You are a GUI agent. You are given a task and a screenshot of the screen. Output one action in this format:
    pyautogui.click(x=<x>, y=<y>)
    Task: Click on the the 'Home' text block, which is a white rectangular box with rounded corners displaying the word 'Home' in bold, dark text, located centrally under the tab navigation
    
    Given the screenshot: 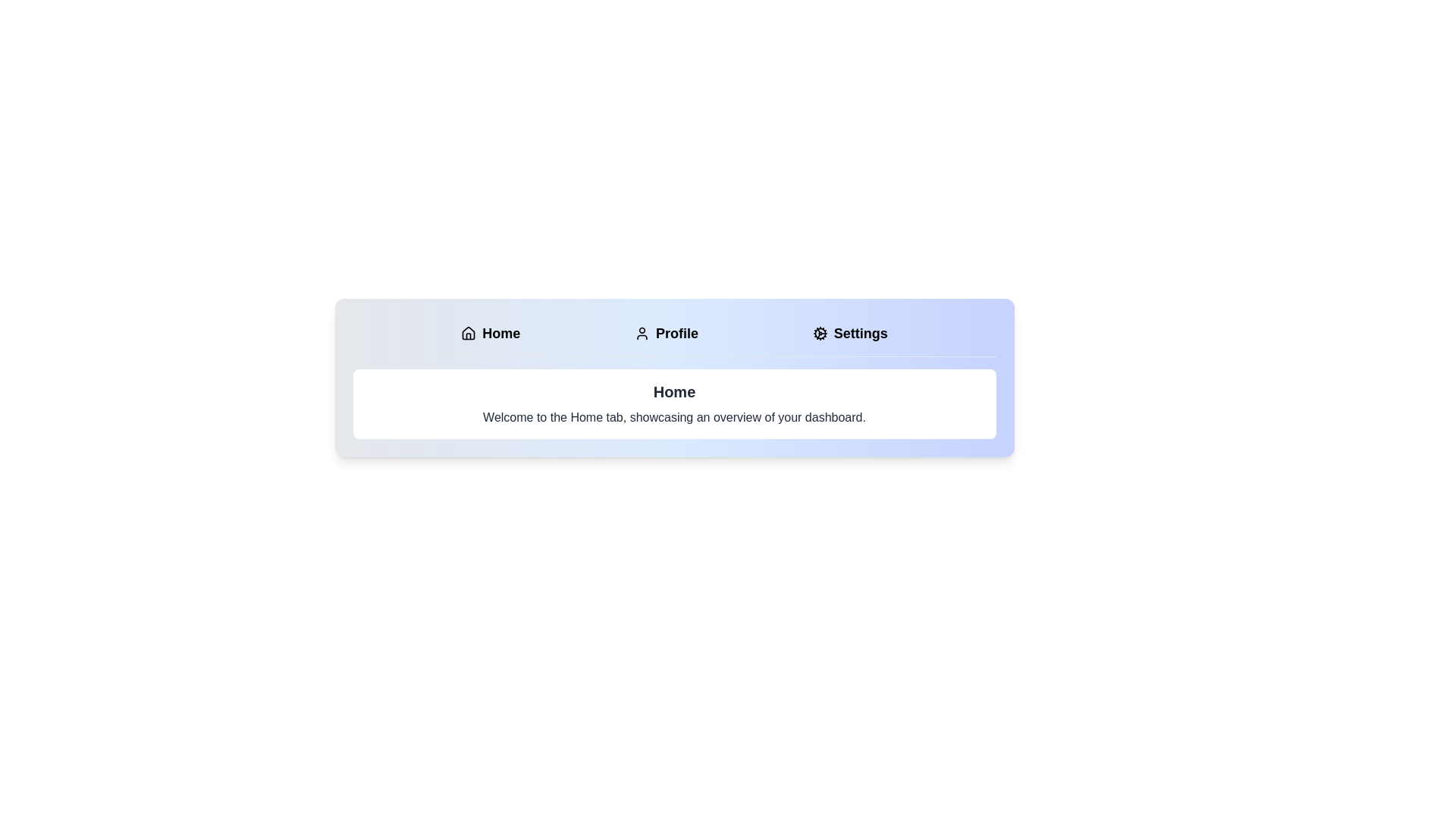 What is the action you would take?
    pyautogui.click(x=673, y=403)
    